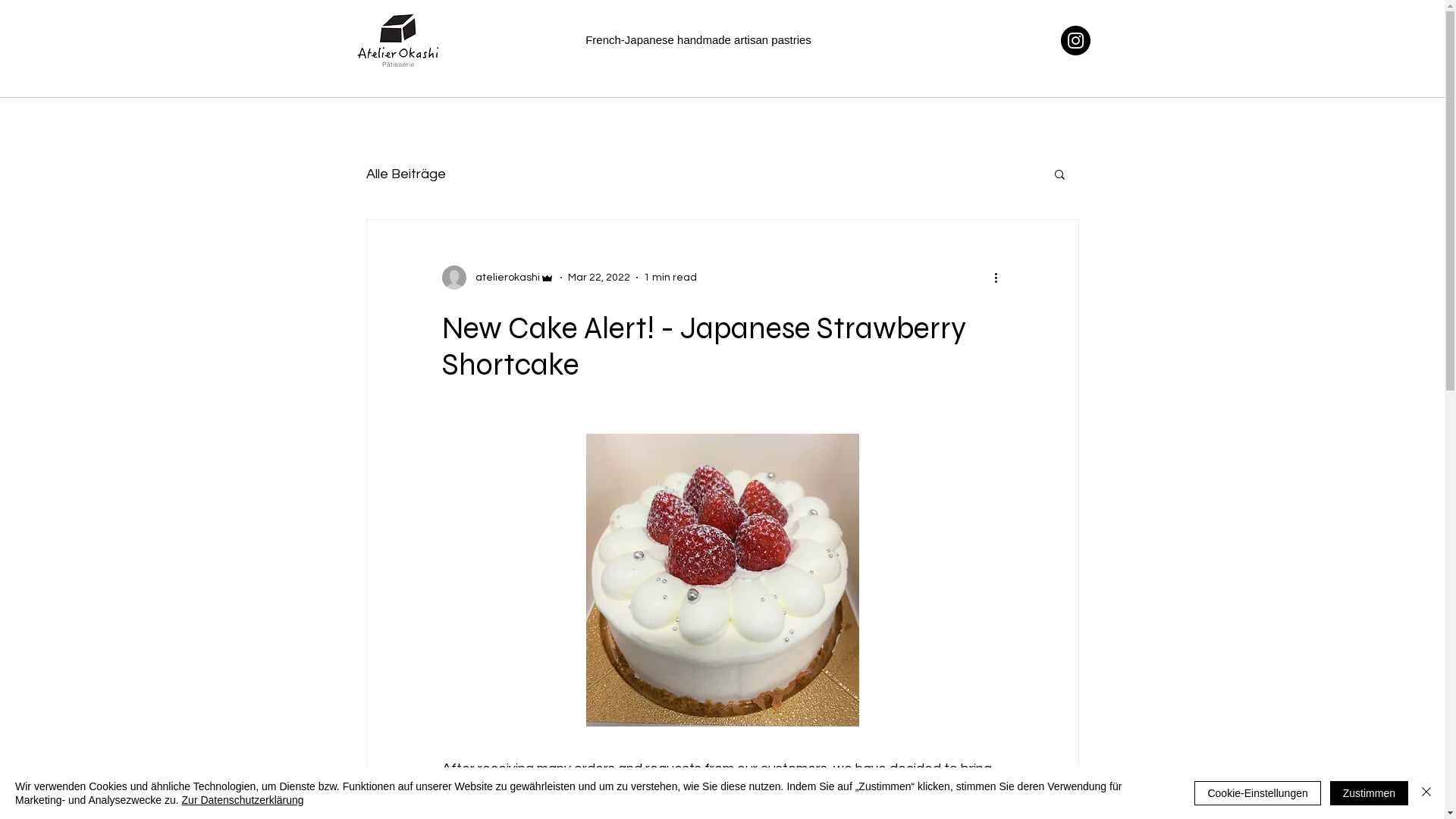 The height and width of the screenshot is (819, 1456). Describe the element at coordinates (1193, 792) in the screenshot. I see `'Cookie-Einstellungen'` at that location.